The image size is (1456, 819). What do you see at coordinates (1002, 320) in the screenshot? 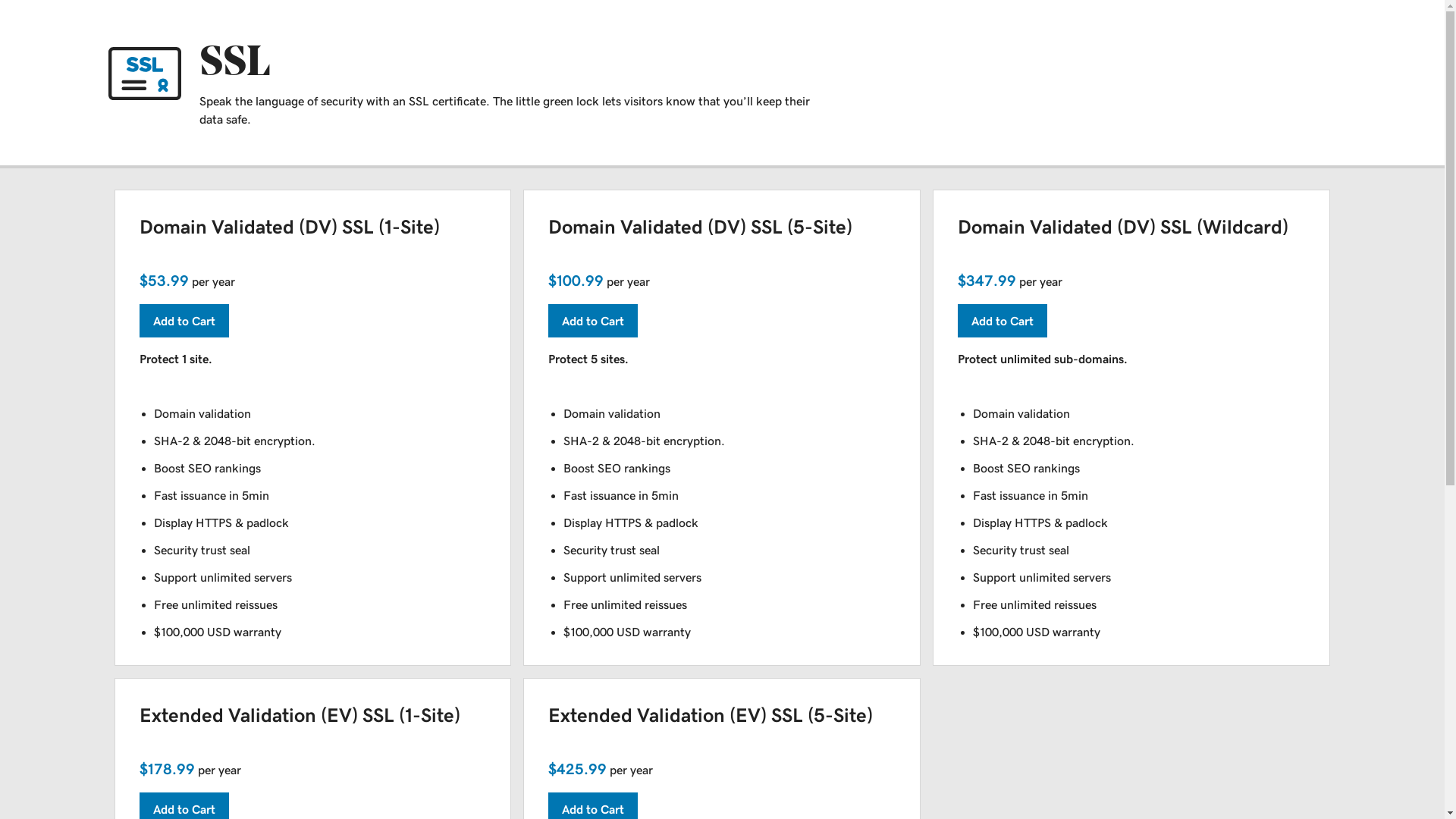
I see `'Add to Cart'` at bounding box center [1002, 320].